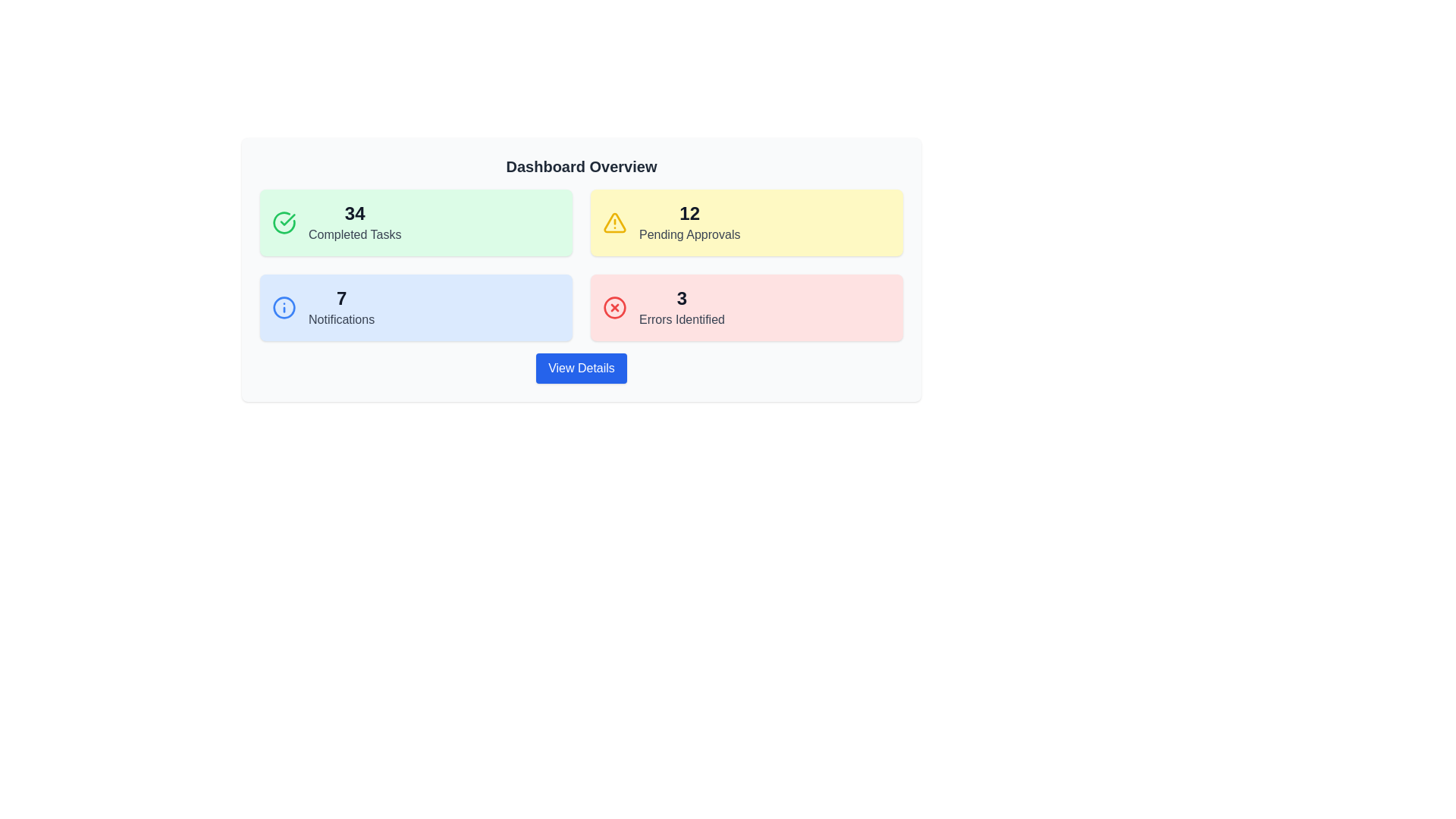 The width and height of the screenshot is (1456, 819). Describe the element at coordinates (284, 222) in the screenshot. I see `the circular icon with a green checkmark located in the 'Completed Tasks' section of the dashboard` at that location.